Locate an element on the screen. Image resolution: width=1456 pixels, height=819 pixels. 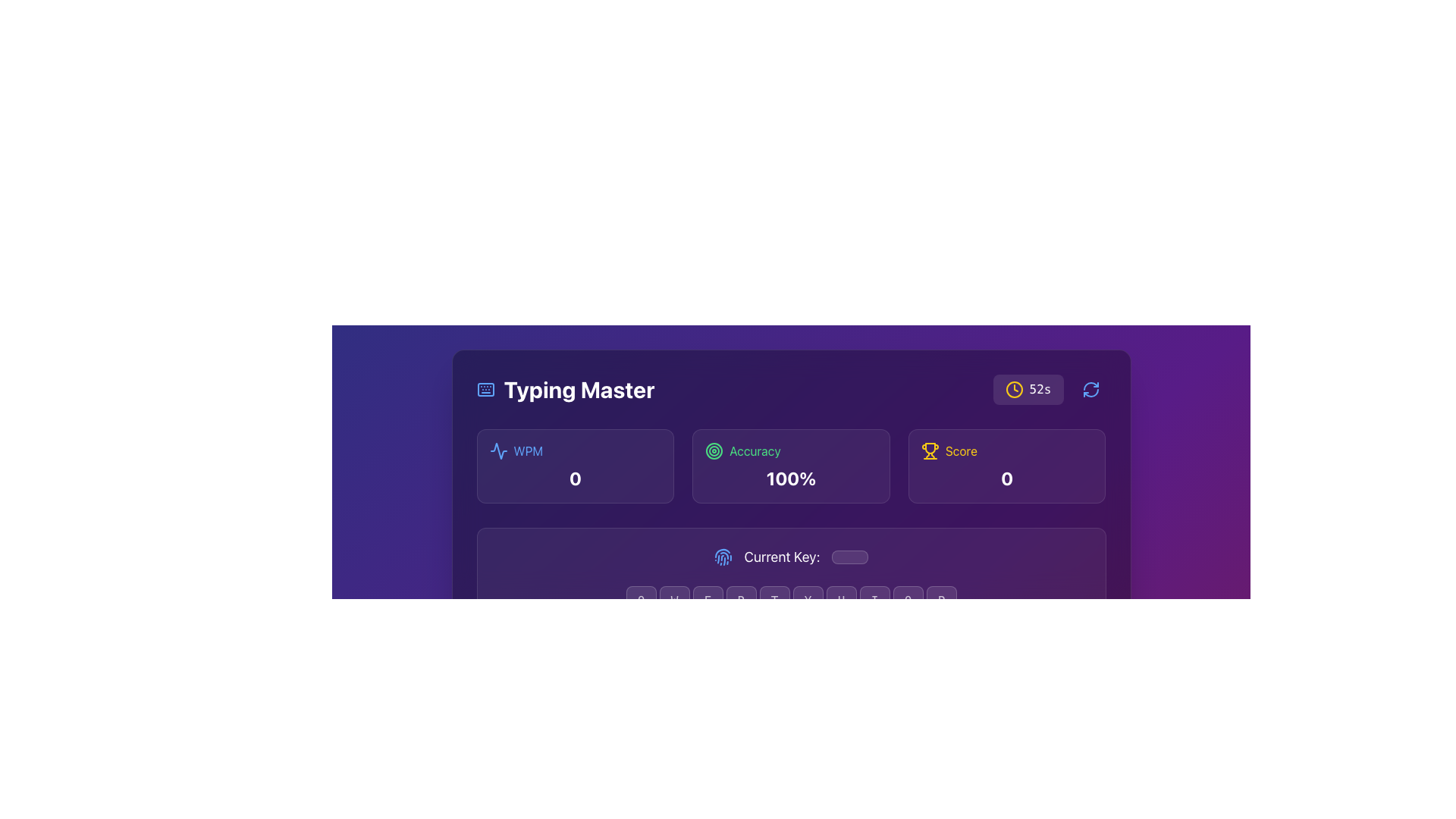
value displayed in the Text Label that shows the user's words-per-minute (WPM) typing speed, located under the blue 'WPM' label on the left side of the upper panel is located at coordinates (574, 479).